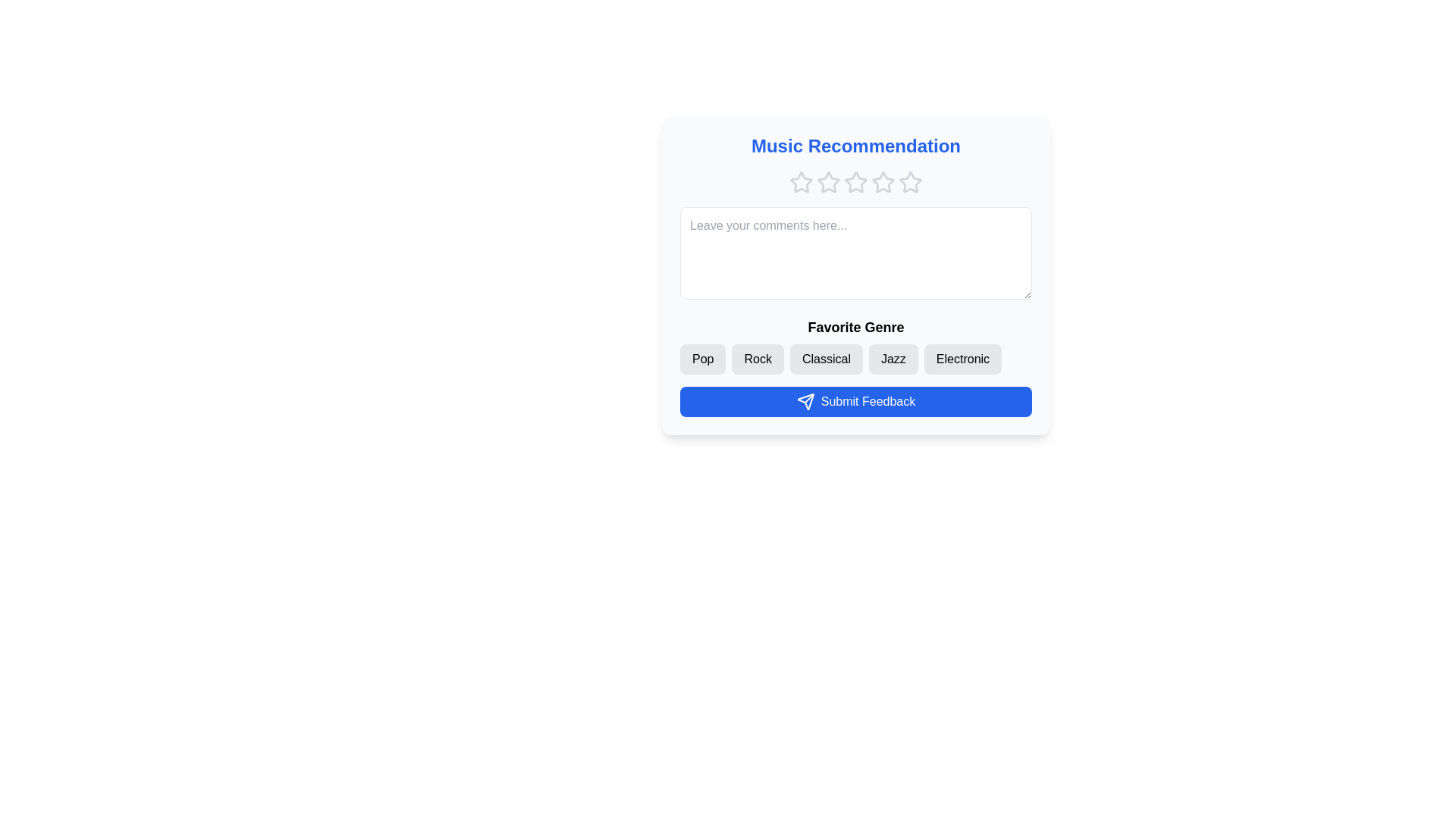 The width and height of the screenshot is (1456, 819). Describe the element at coordinates (828, 181) in the screenshot. I see `the second star icon for rating, which is a hollow star with a light gray outline` at that location.